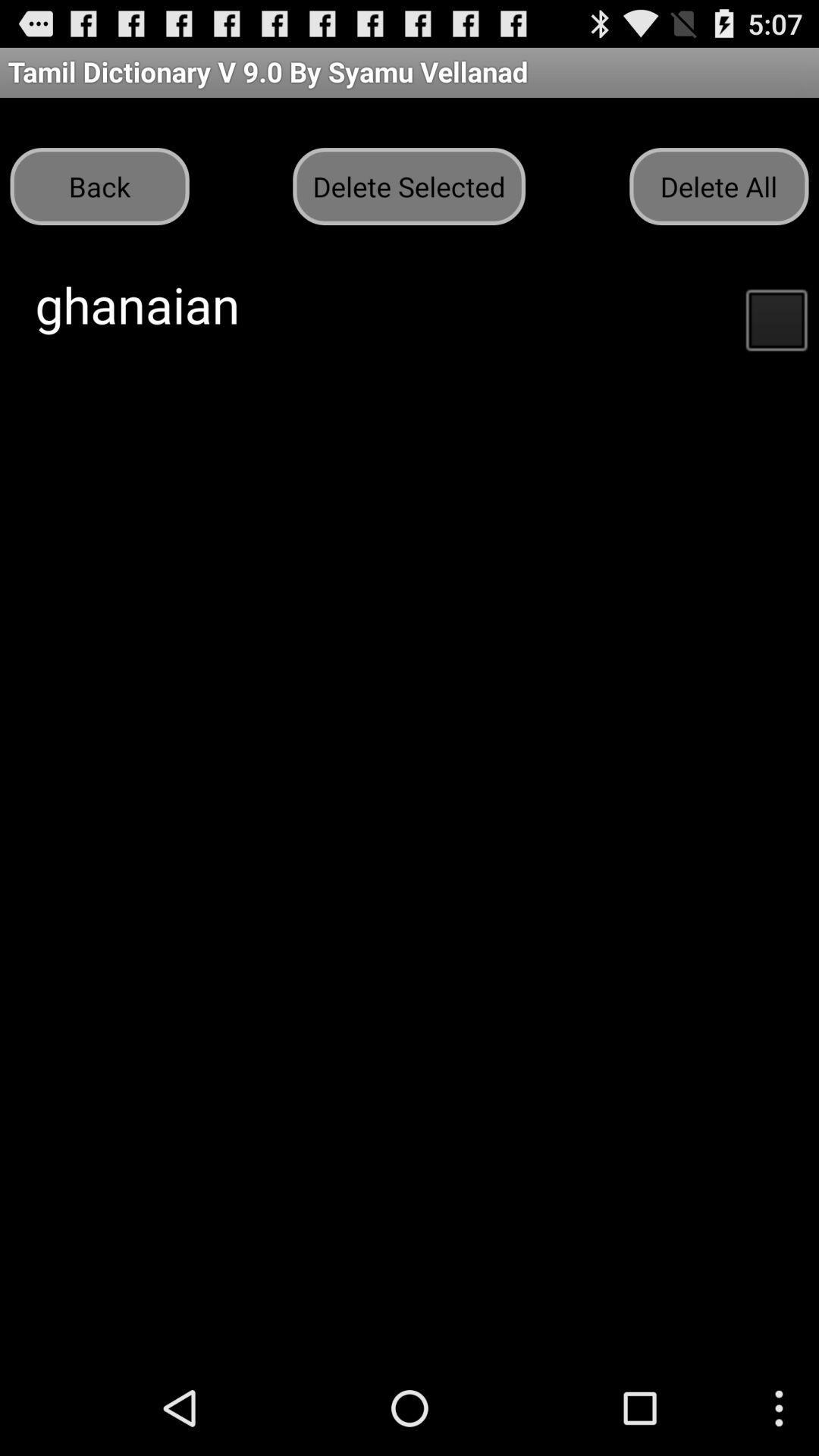  I want to click on button below the delete all button, so click(776, 318).